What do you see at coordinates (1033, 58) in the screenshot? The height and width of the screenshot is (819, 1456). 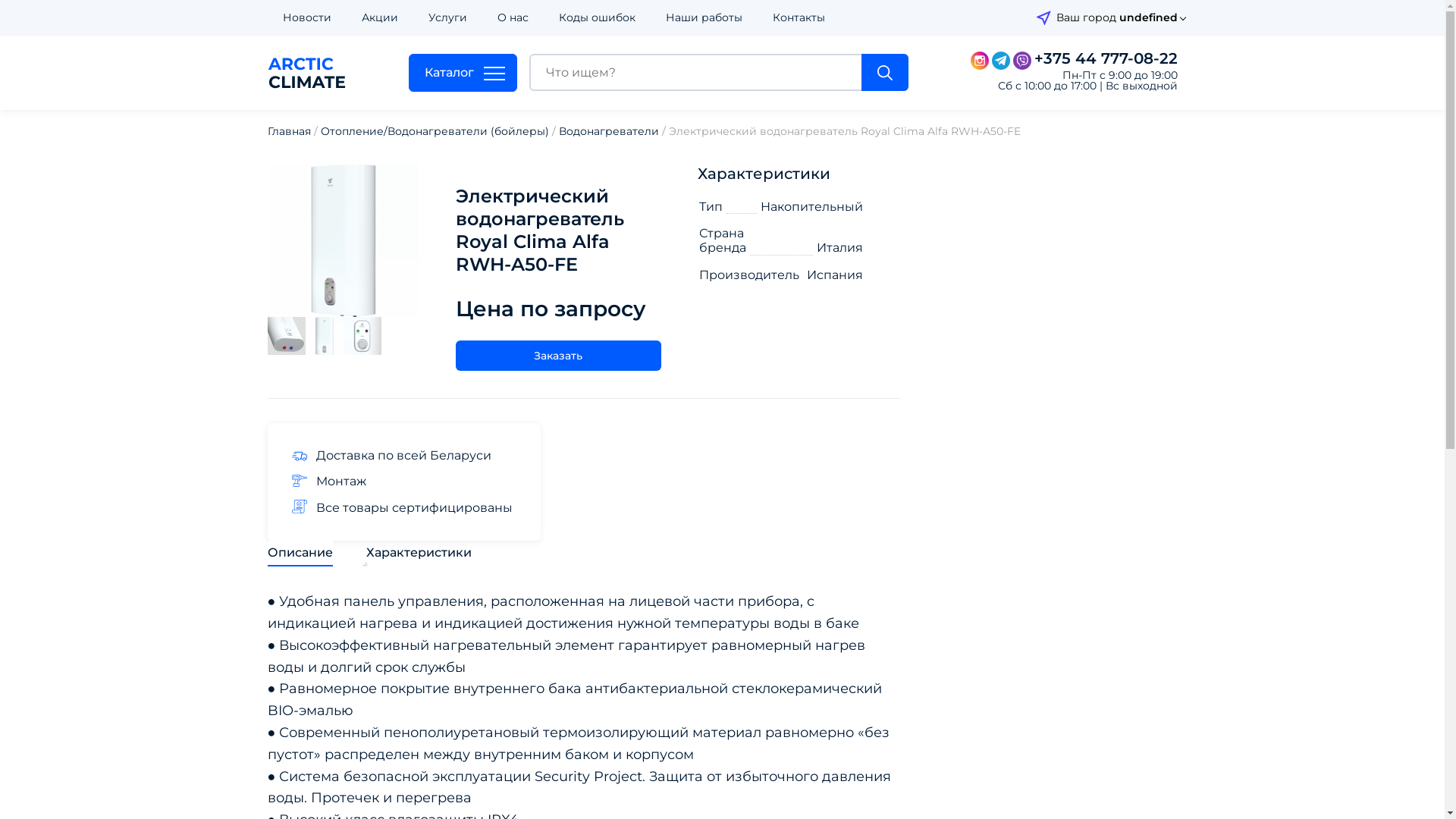 I see `'+375 44 777-08-22'` at bounding box center [1033, 58].